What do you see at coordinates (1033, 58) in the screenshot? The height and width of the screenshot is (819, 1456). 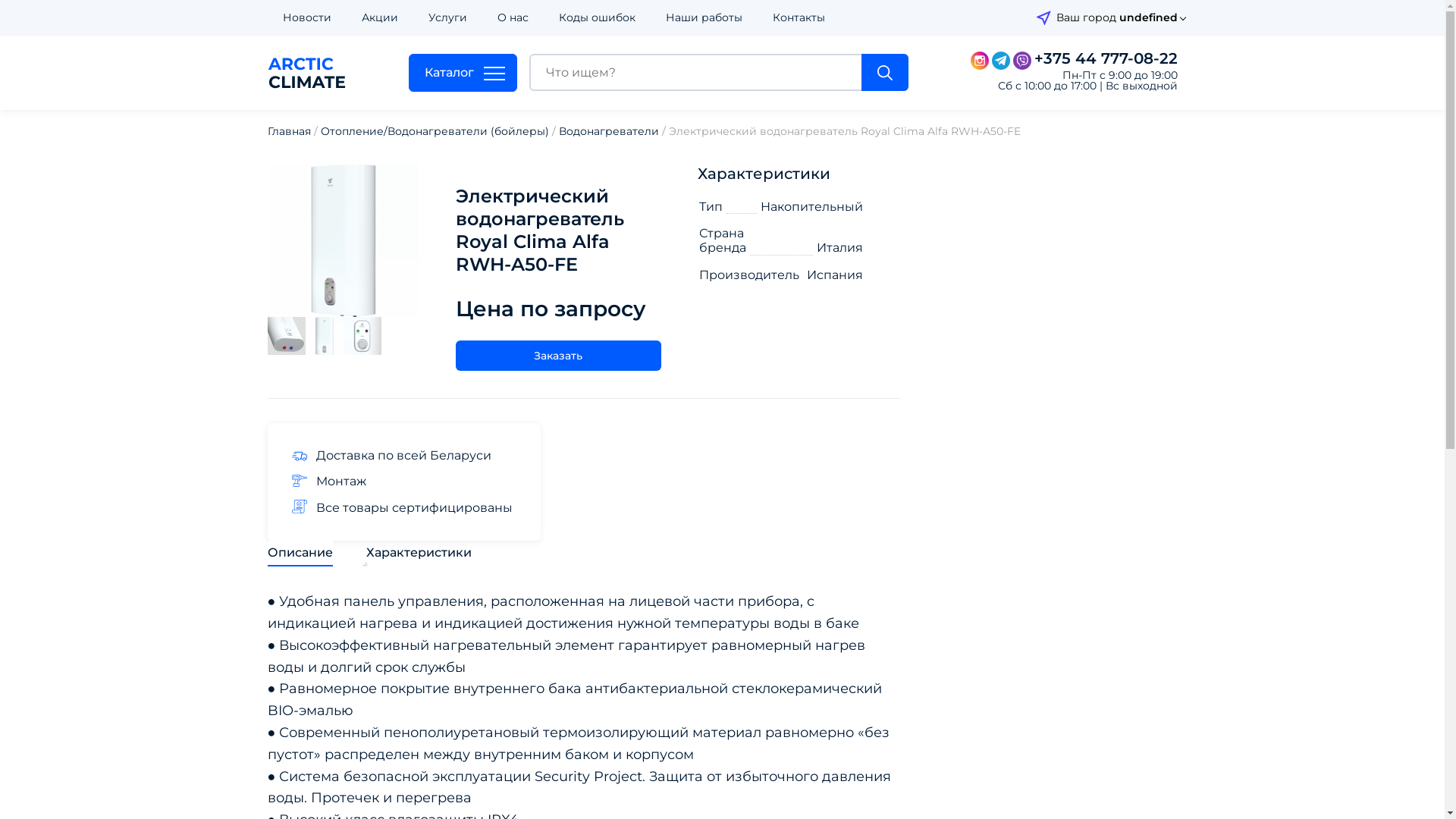 I see `'+375 44 777-08-22'` at bounding box center [1033, 58].